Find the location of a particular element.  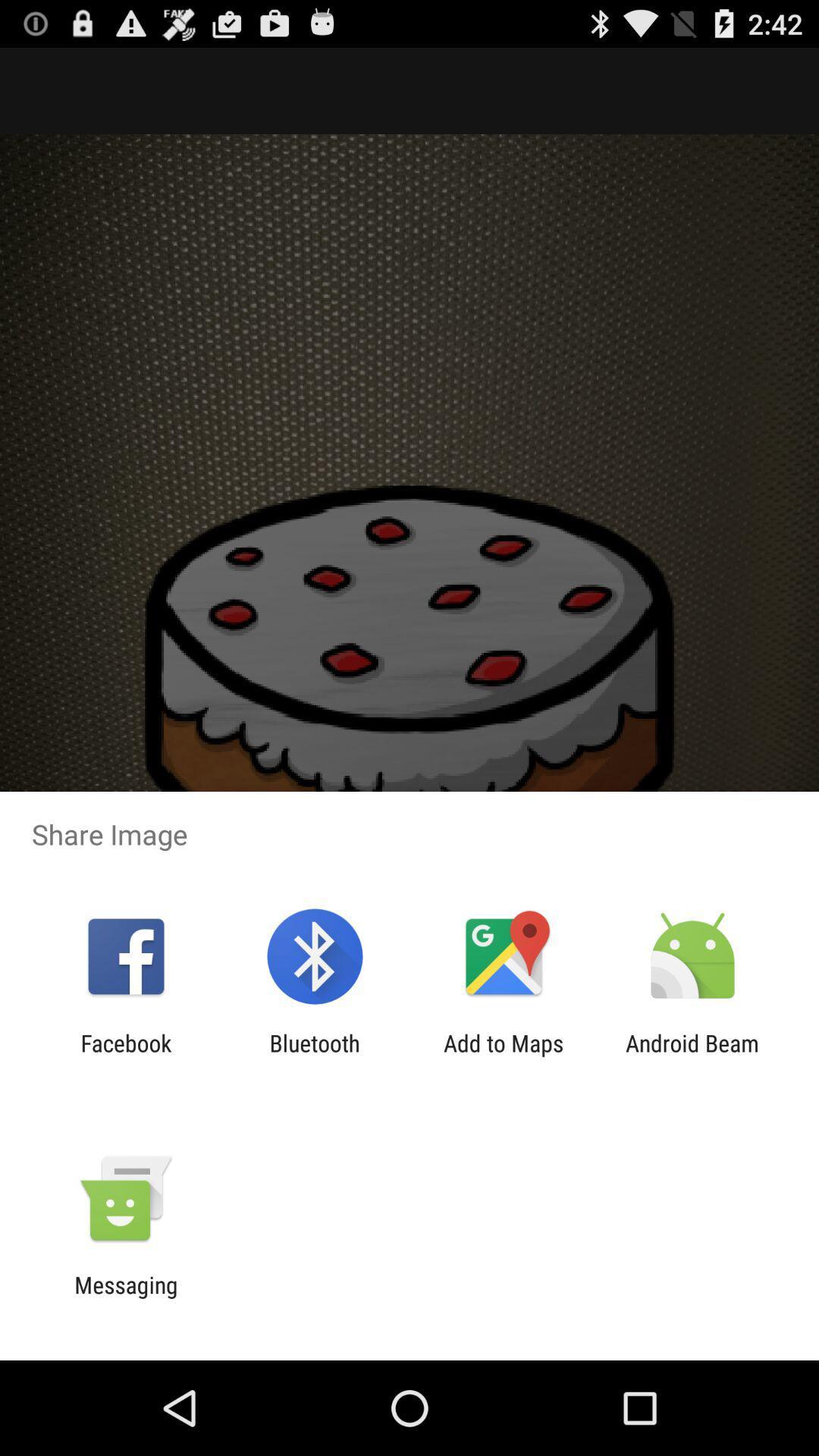

android beam app is located at coordinates (692, 1056).